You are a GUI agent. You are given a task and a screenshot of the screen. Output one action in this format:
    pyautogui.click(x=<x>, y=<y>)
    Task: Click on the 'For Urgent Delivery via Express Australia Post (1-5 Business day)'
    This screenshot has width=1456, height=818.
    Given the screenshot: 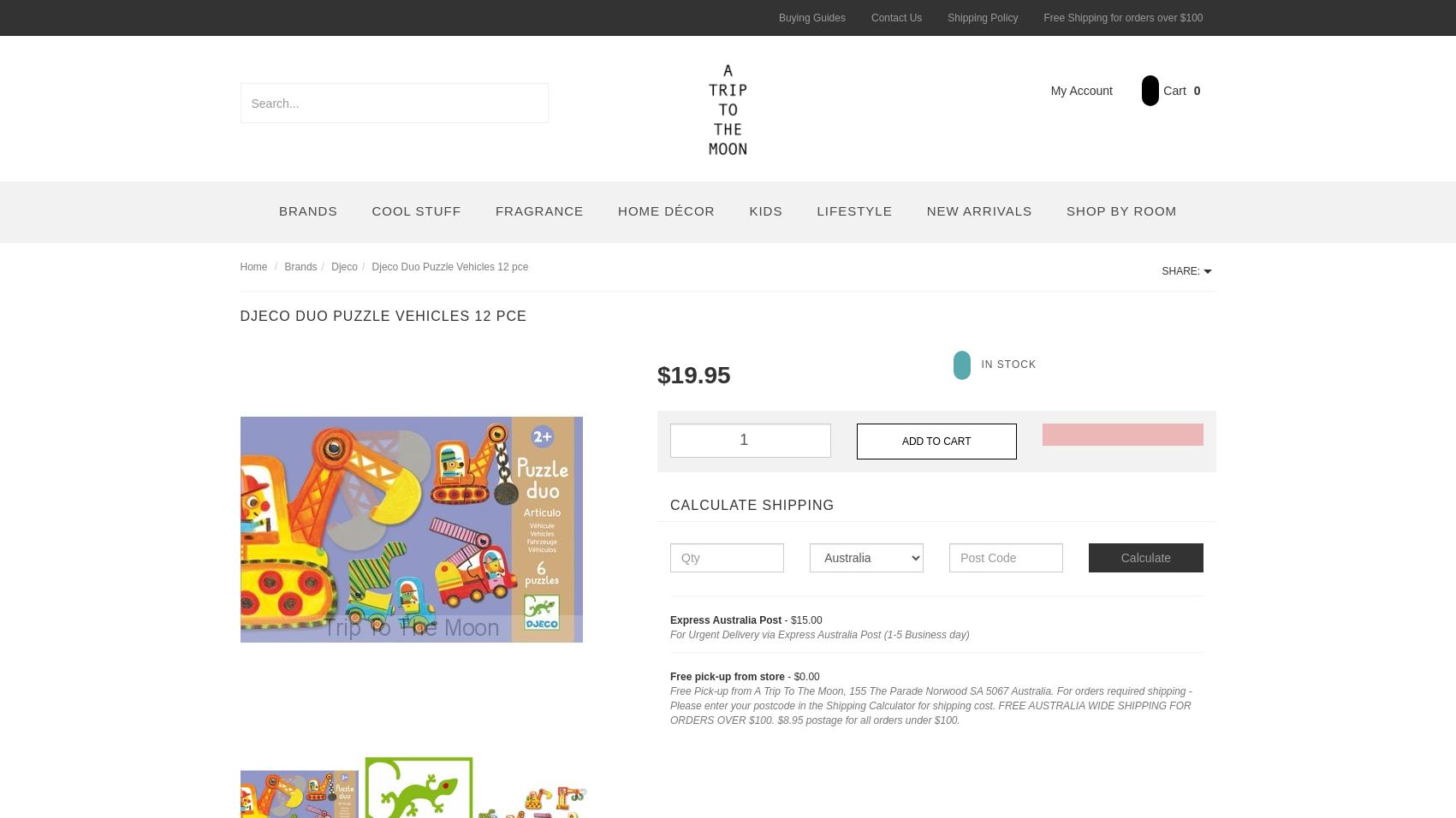 What is the action you would take?
    pyautogui.click(x=818, y=634)
    